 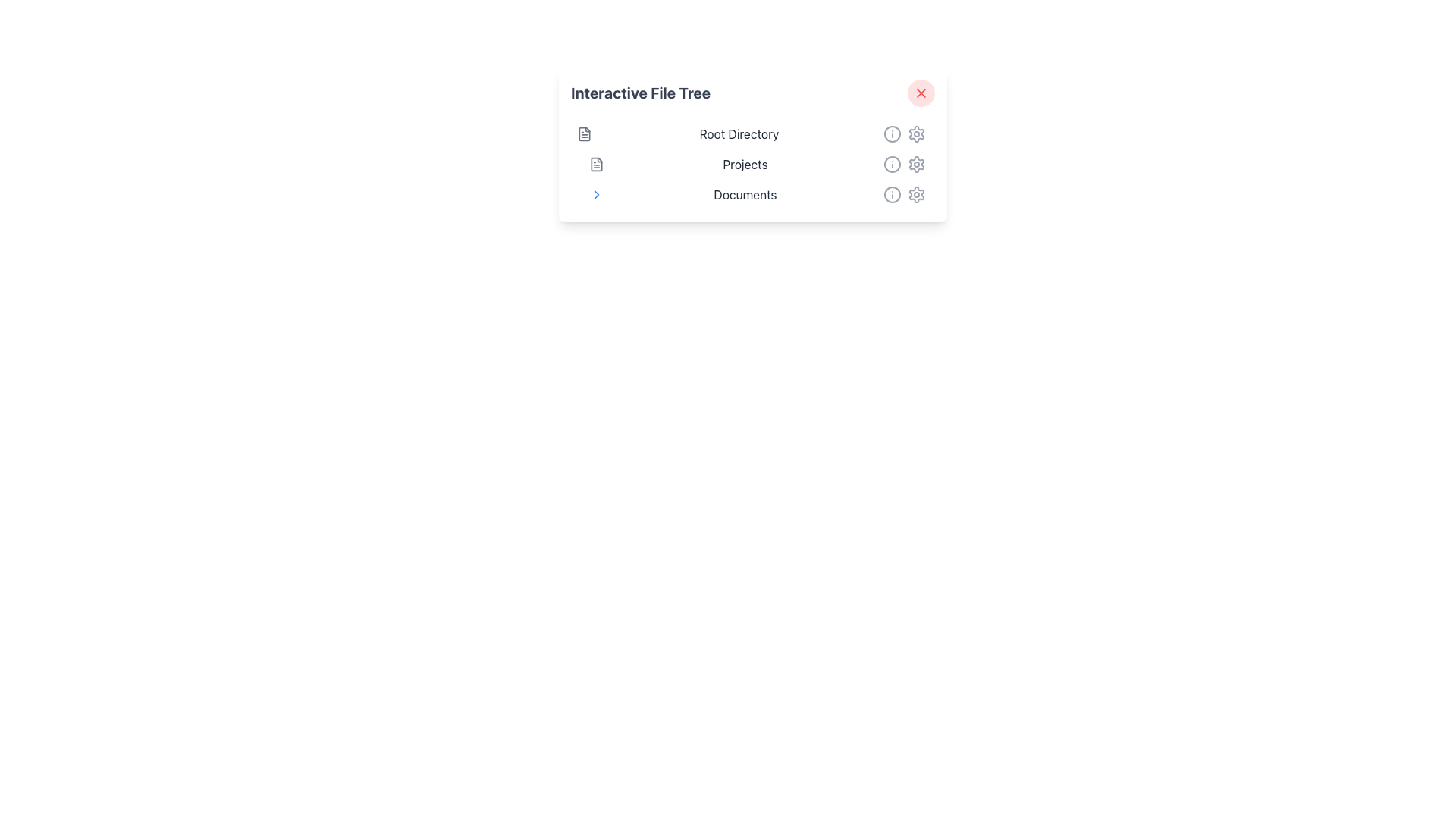 What do you see at coordinates (916, 164) in the screenshot?
I see `the small gray gear icon button located to the right of the text 'Projects'` at bounding box center [916, 164].